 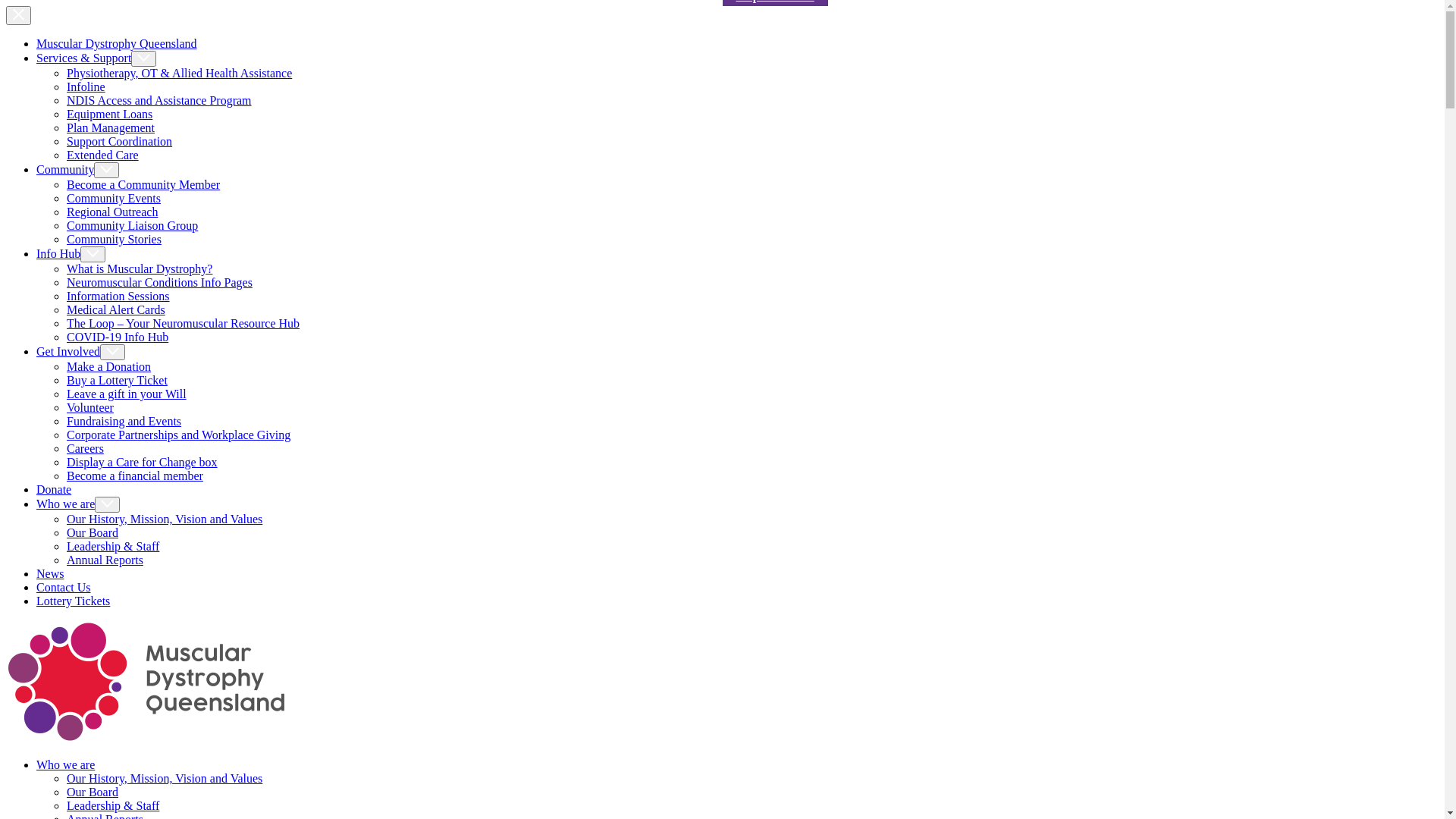 What do you see at coordinates (111, 805) in the screenshot?
I see `'Leadership & Staff'` at bounding box center [111, 805].